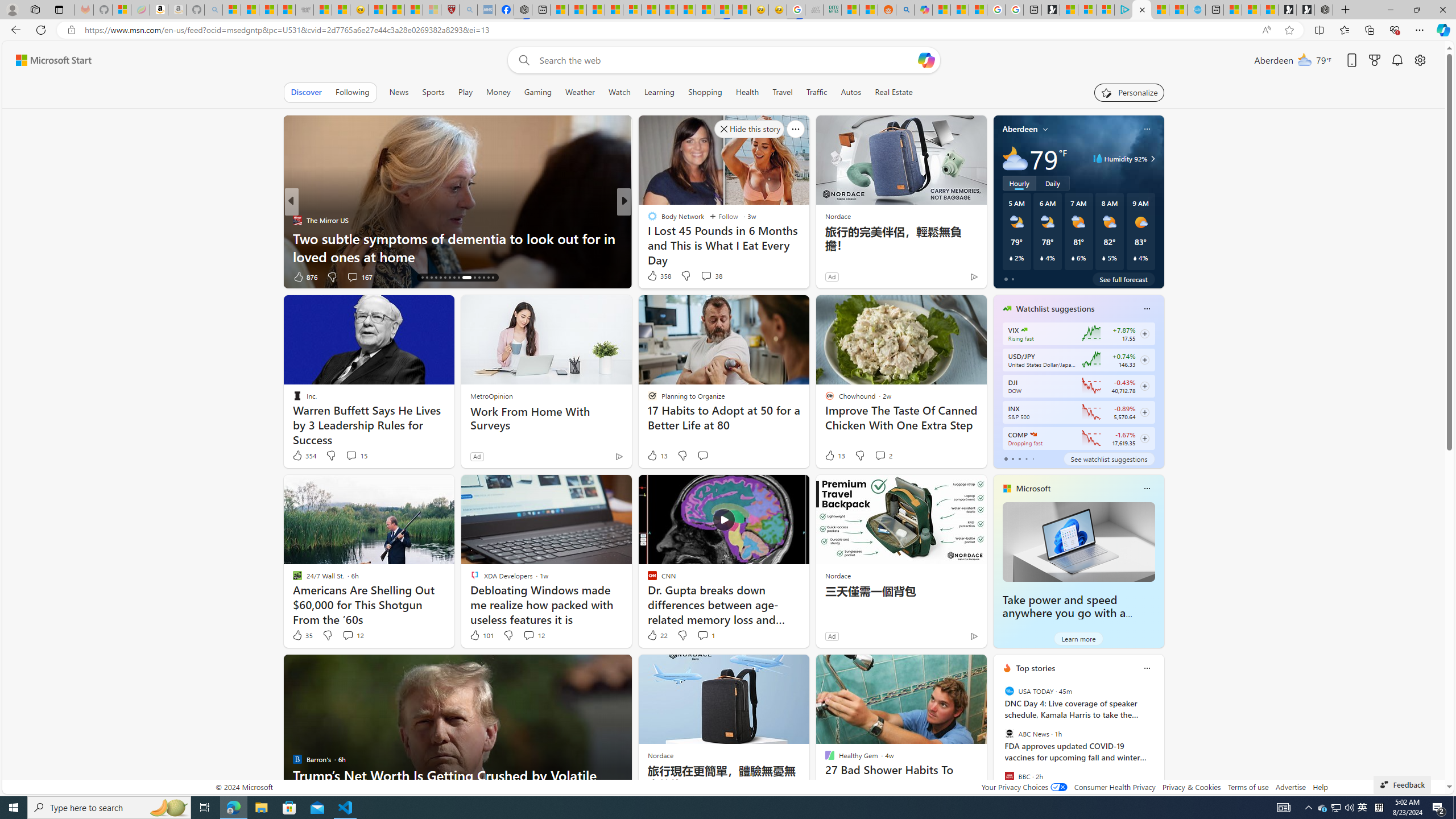 This screenshot has width=1456, height=819. What do you see at coordinates (893, 92) in the screenshot?
I see `'Real Estate'` at bounding box center [893, 92].